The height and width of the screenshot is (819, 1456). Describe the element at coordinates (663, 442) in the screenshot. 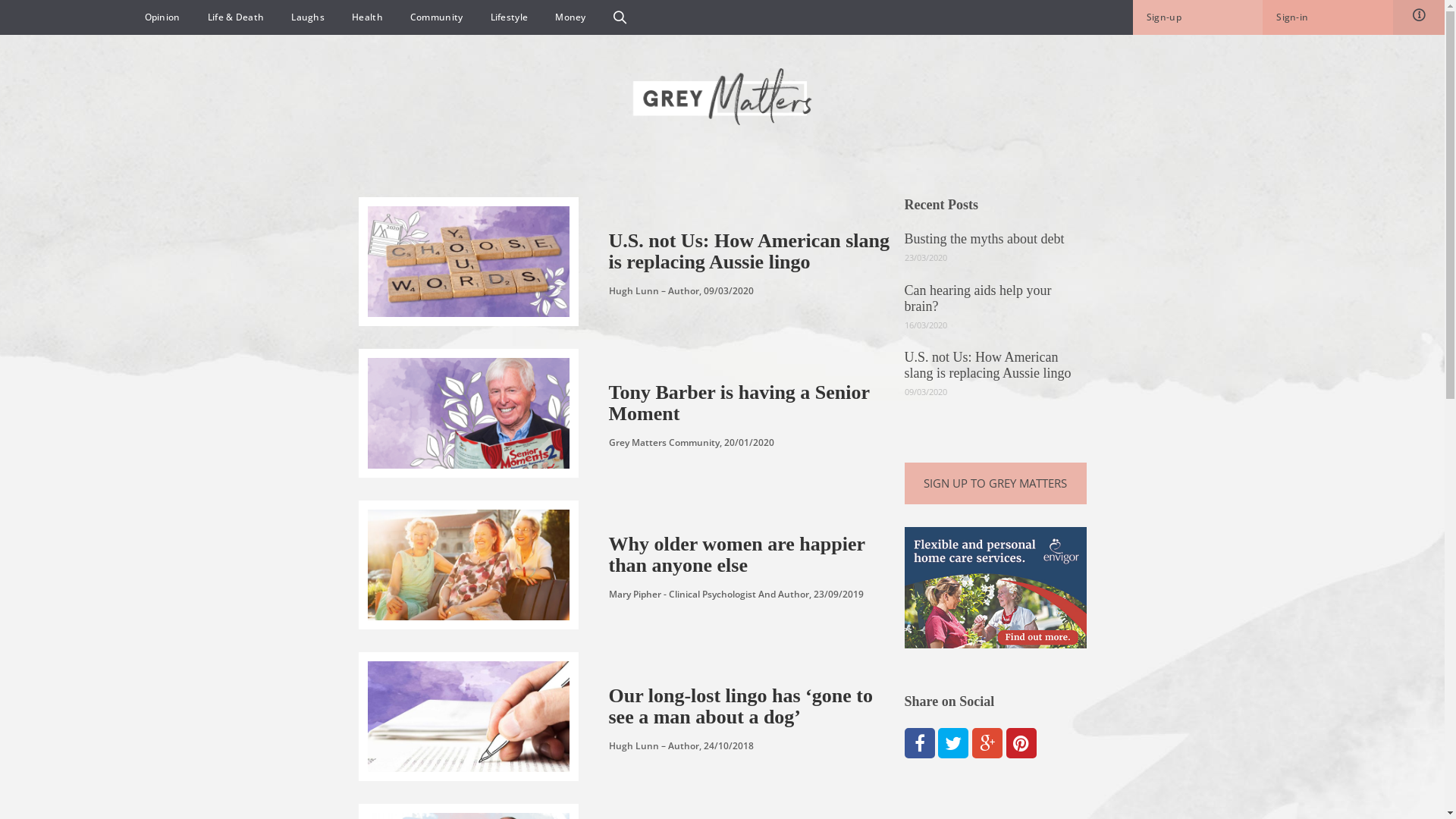

I see `'Grey Matters Community'` at that location.